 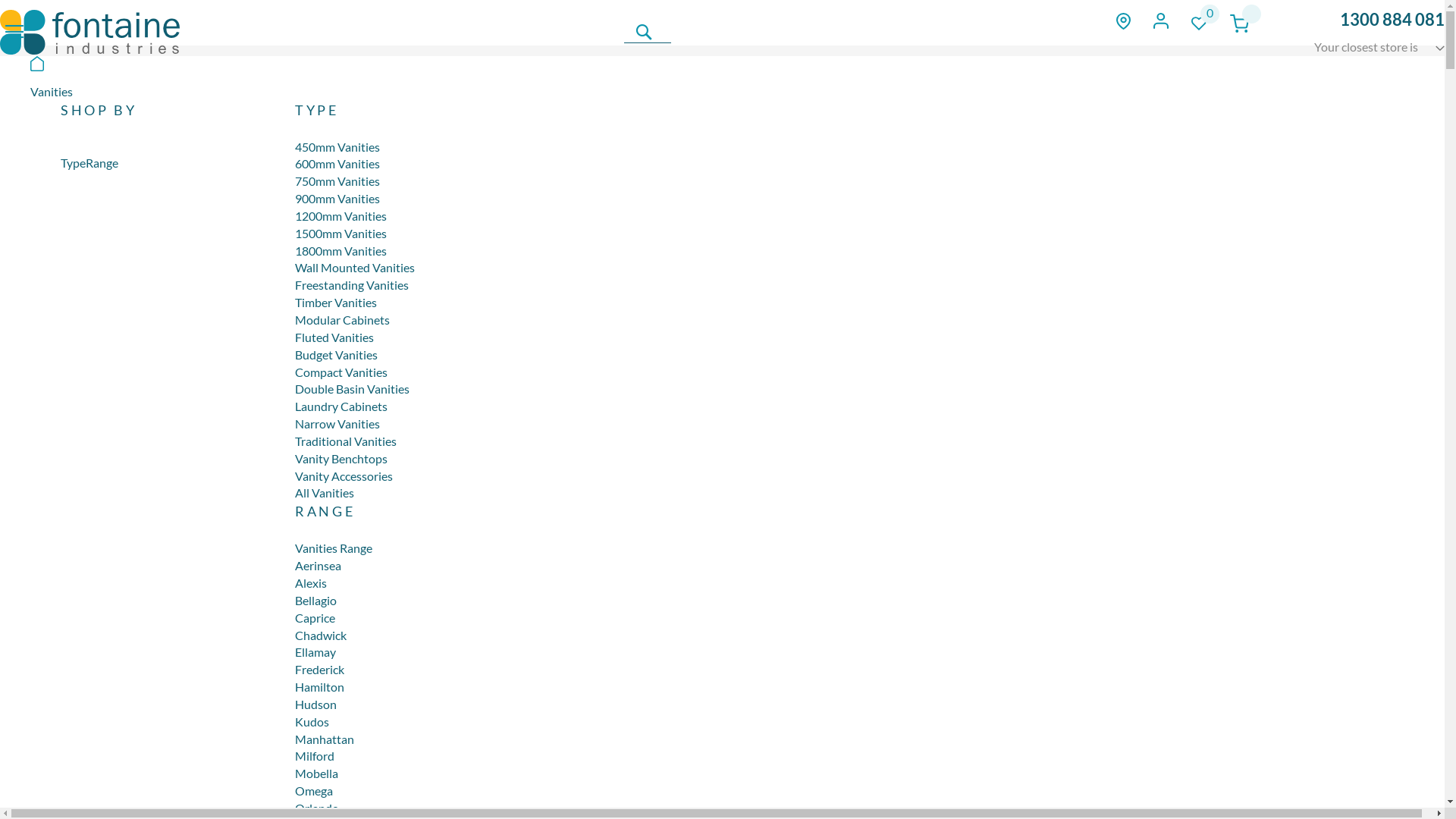 What do you see at coordinates (337, 146) in the screenshot?
I see `'450mm Vanities'` at bounding box center [337, 146].